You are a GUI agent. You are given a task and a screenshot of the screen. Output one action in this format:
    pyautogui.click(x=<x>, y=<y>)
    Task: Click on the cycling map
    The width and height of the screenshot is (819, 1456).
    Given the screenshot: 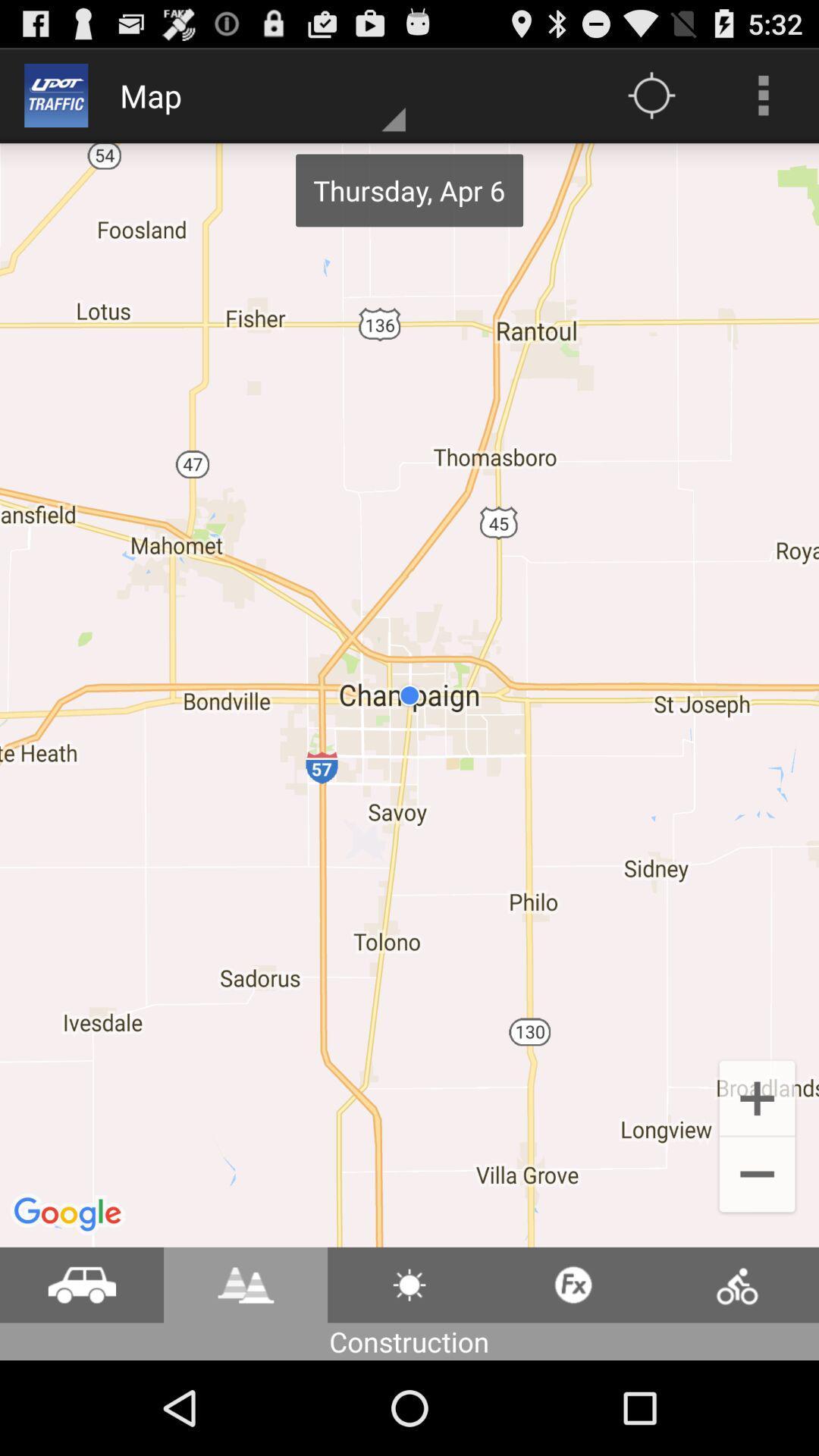 What is the action you would take?
    pyautogui.click(x=736, y=1284)
    